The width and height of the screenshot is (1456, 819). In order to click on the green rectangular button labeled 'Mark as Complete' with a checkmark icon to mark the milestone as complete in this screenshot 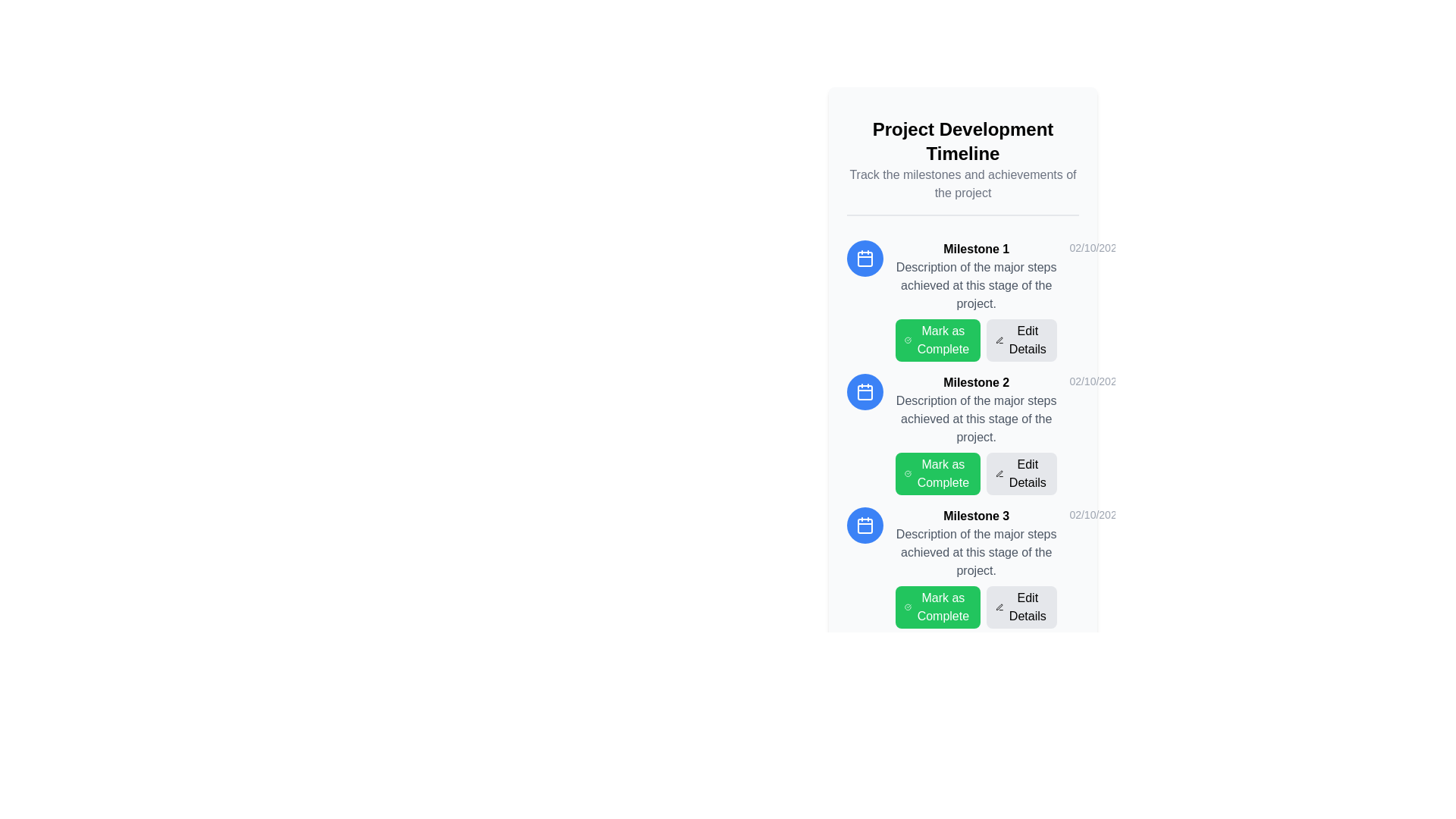, I will do `click(937, 472)`.